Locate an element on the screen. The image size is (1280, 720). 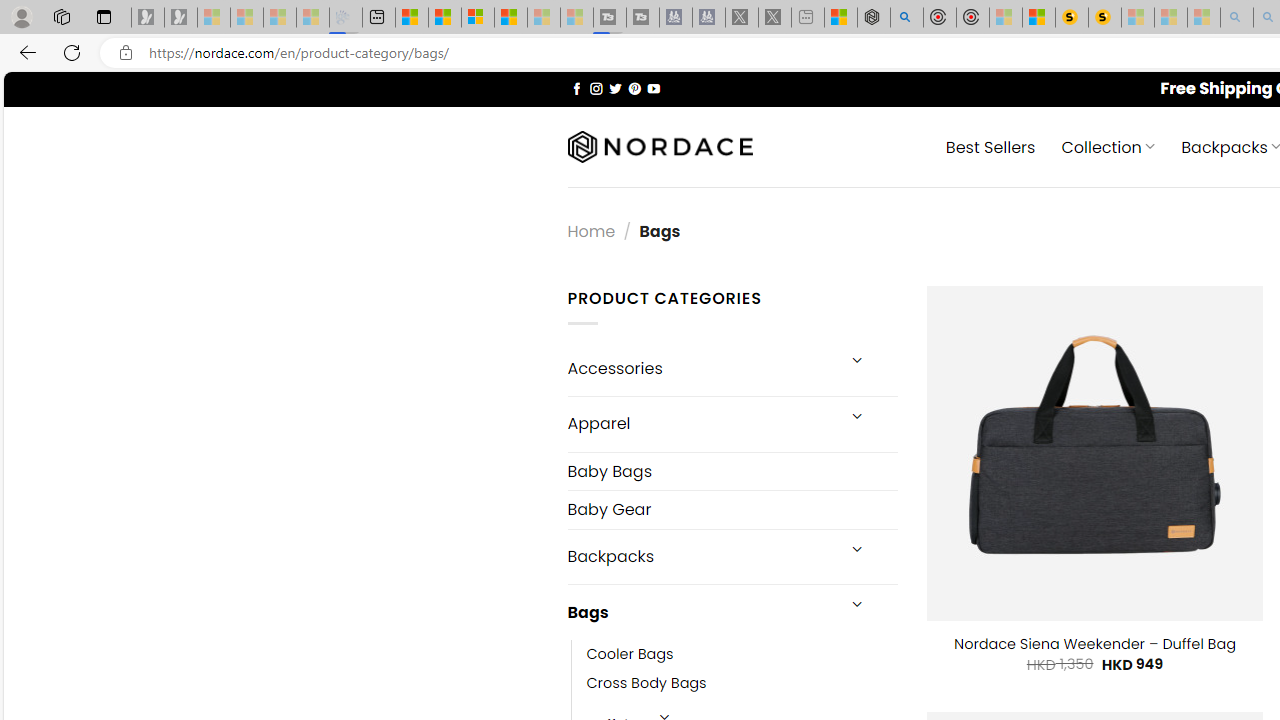
' Best Sellers' is located at coordinates (990, 145).